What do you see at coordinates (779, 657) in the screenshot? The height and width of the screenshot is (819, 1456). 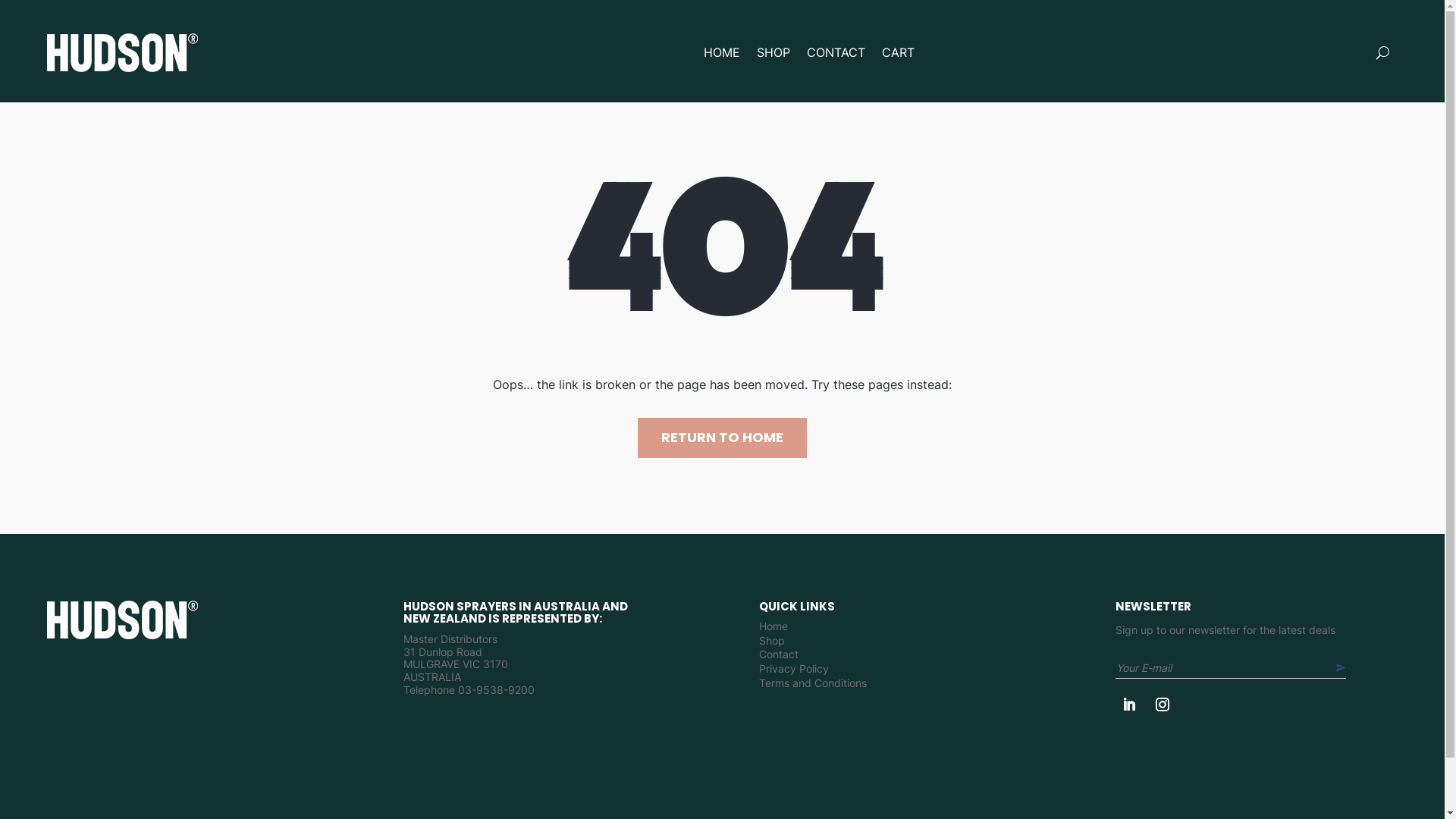 I see `'Contact'` at bounding box center [779, 657].